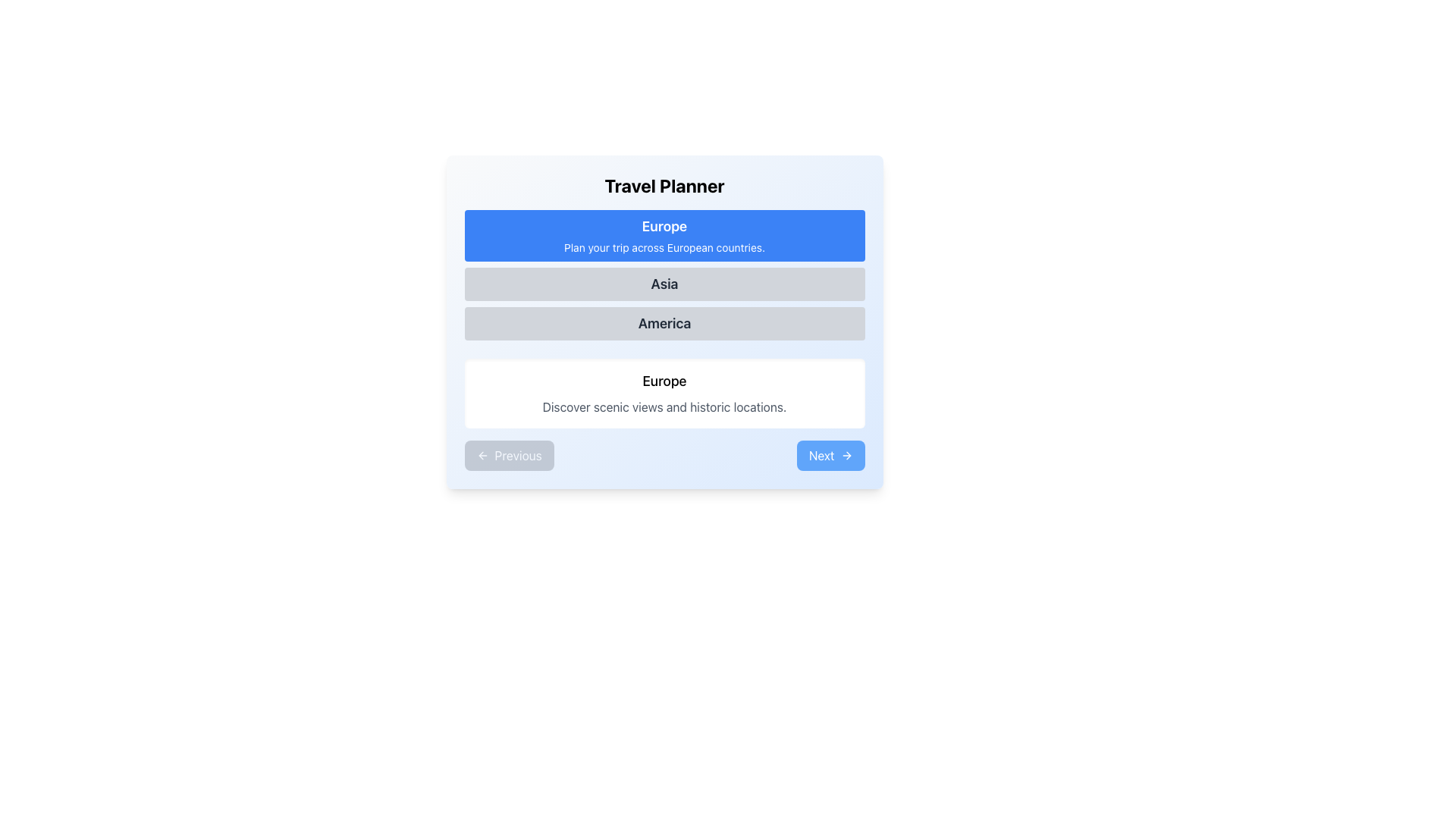 The image size is (1456, 819). I want to click on the rectangular button with rounded corners, blue background, and white text labeled 'Next', so click(830, 455).